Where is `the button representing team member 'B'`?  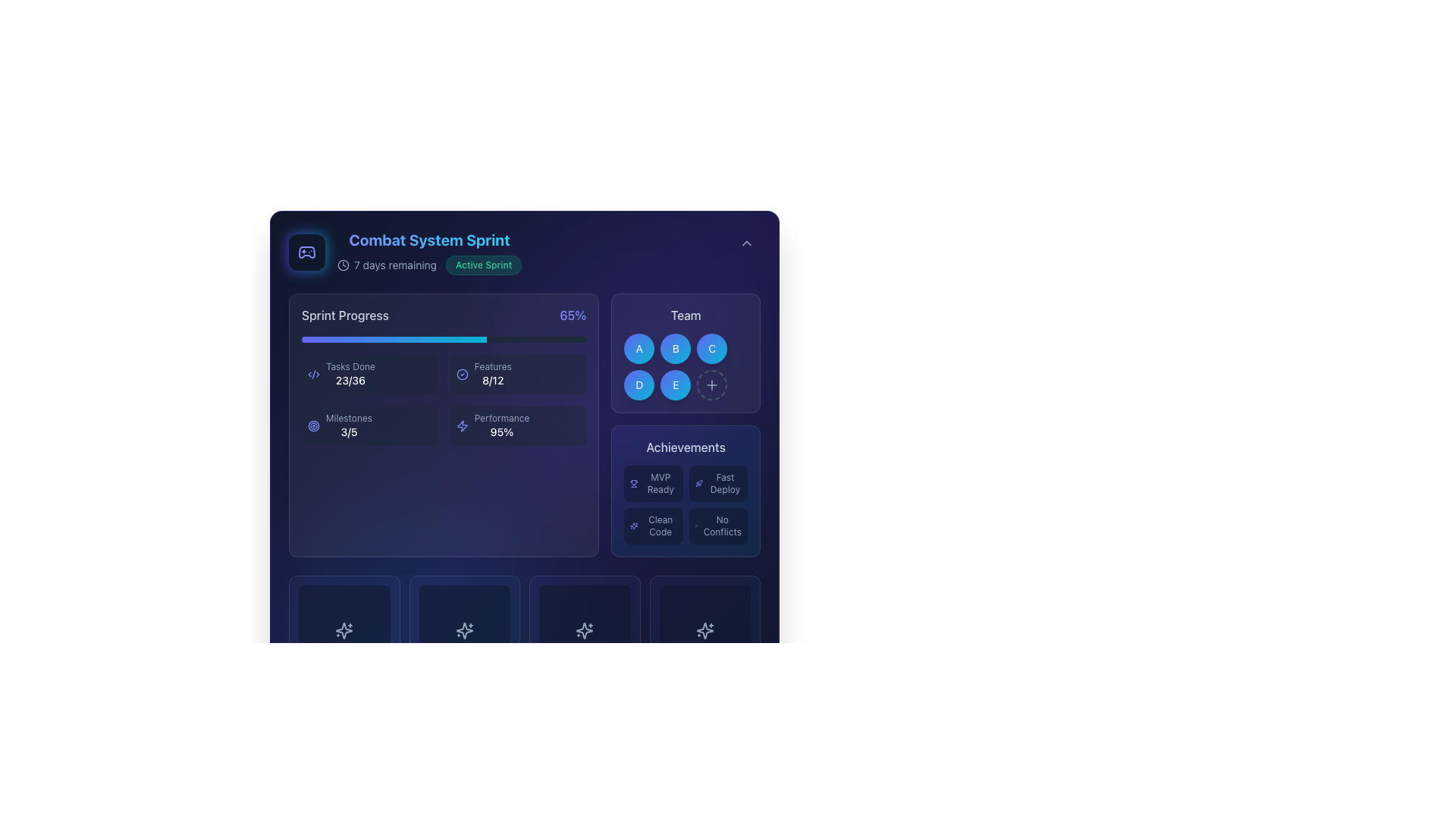 the button representing team member 'B' is located at coordinates (685, 353).